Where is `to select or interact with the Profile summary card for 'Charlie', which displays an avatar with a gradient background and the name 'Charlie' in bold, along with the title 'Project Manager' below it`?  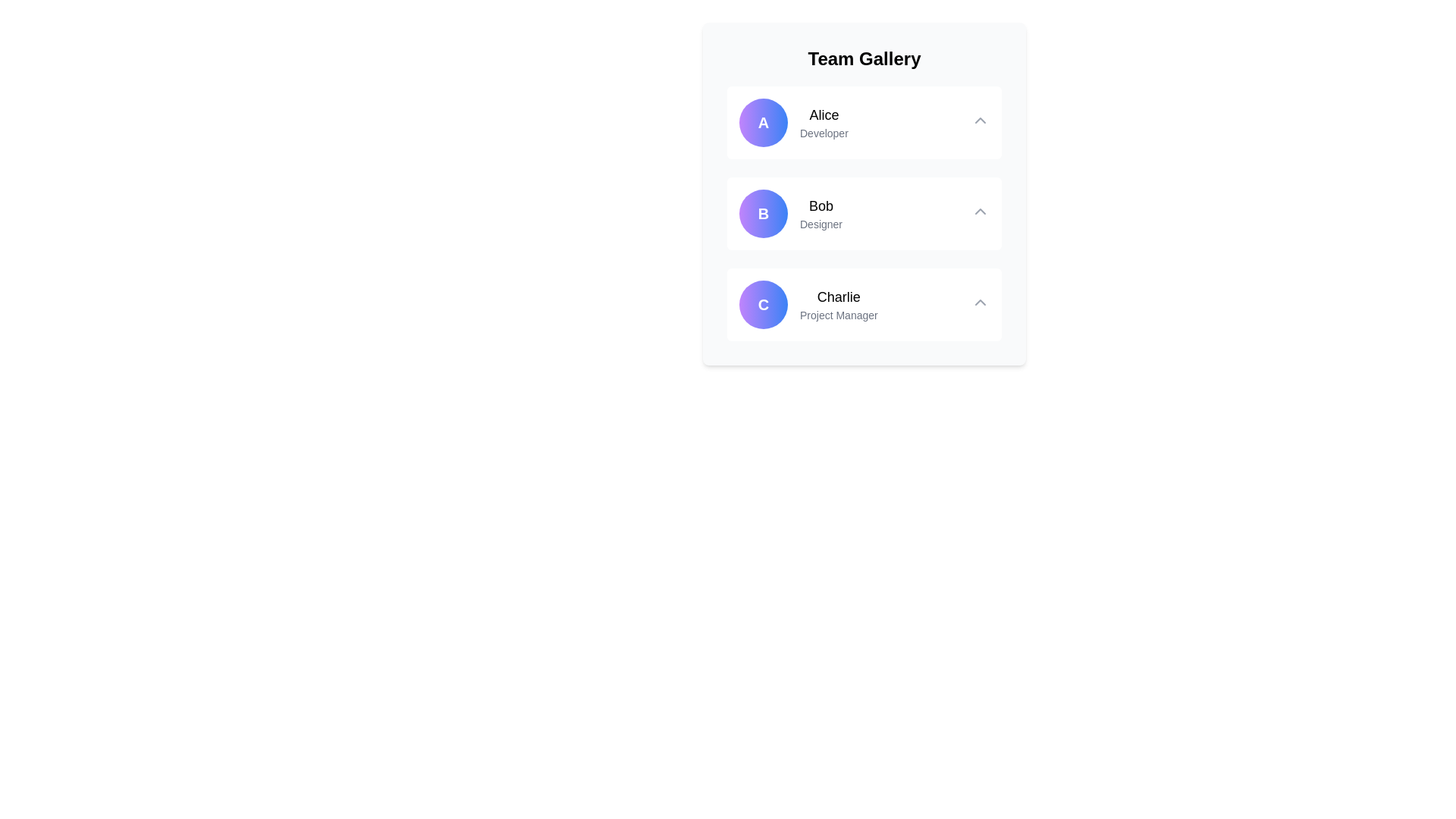 to select or interact with the Profile summary card for 'Charlie', which displays an avatar with a gradient background and the name 'Charlie' in bold, along with the title 'Project Manager' below it is located at coordinates (807, 304).